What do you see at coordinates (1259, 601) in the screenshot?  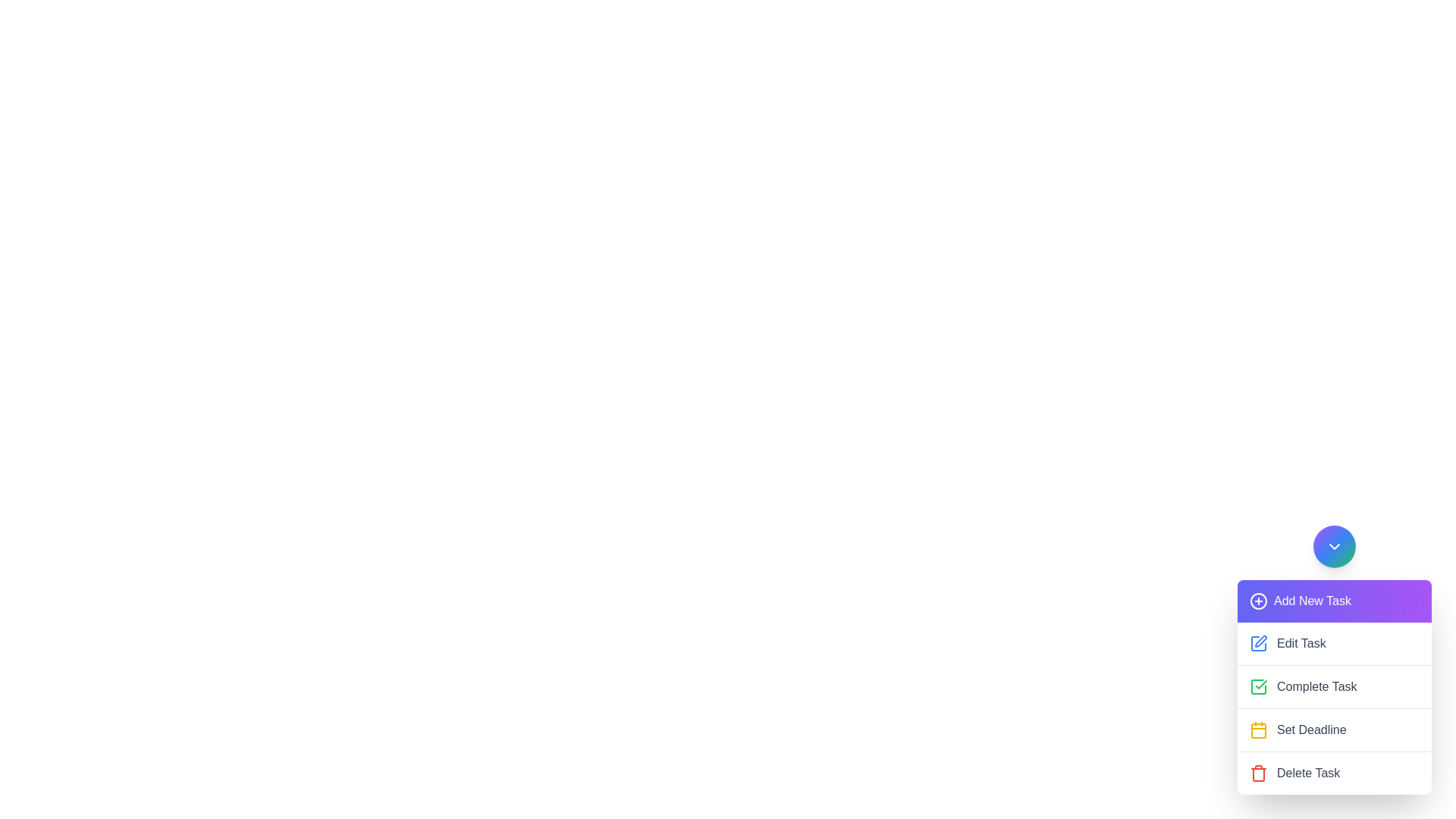 I see `the graphic icon that represents the option to add a new task, positioned to the far left of the 'Add New Task' button in the dropdown menu` at bounding box center [1259, 601].